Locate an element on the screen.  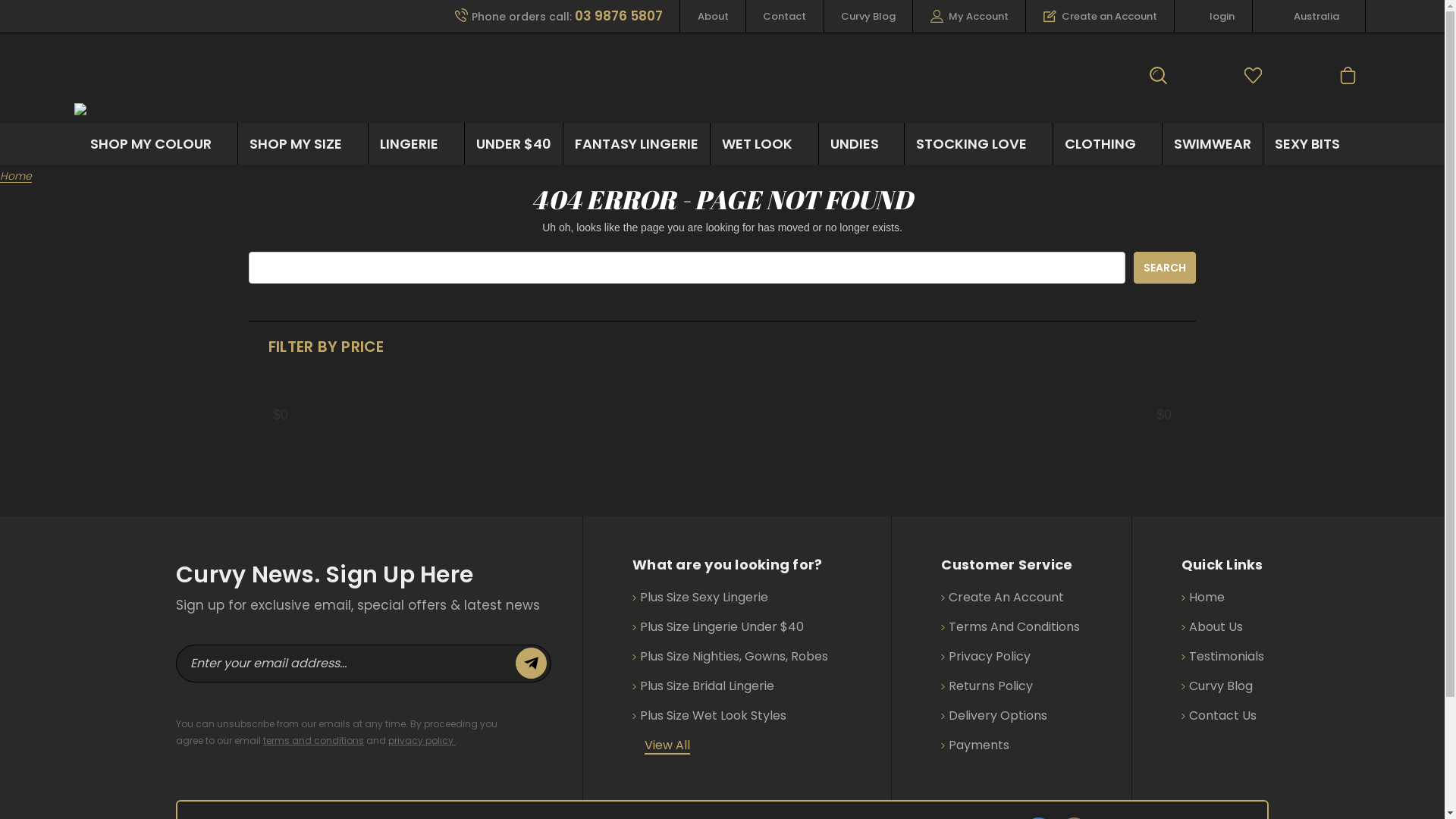
'WET LOOK' is located at coordinates (764, 143).